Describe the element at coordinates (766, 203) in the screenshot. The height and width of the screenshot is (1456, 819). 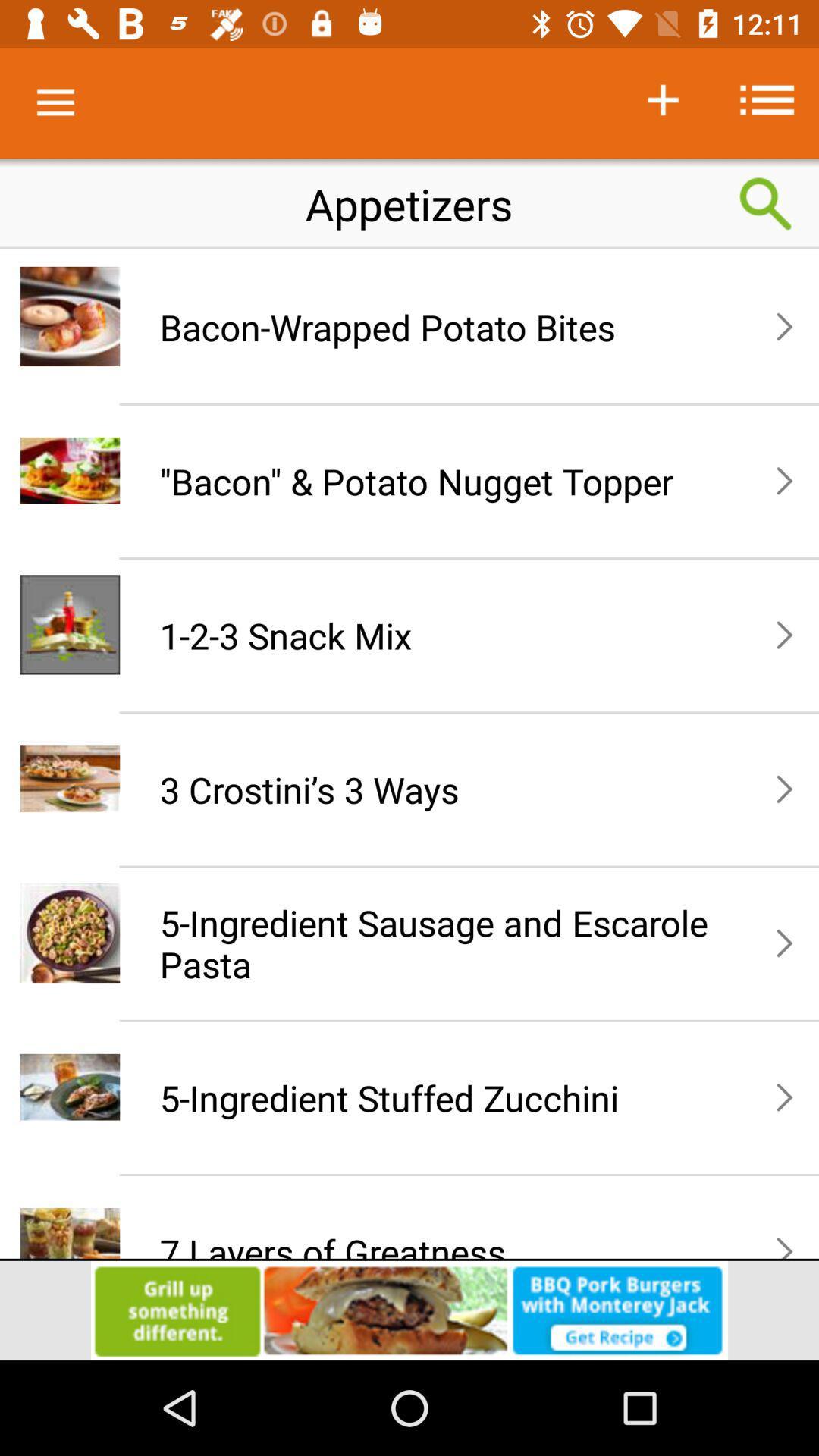
I see `the search icon` at that location.